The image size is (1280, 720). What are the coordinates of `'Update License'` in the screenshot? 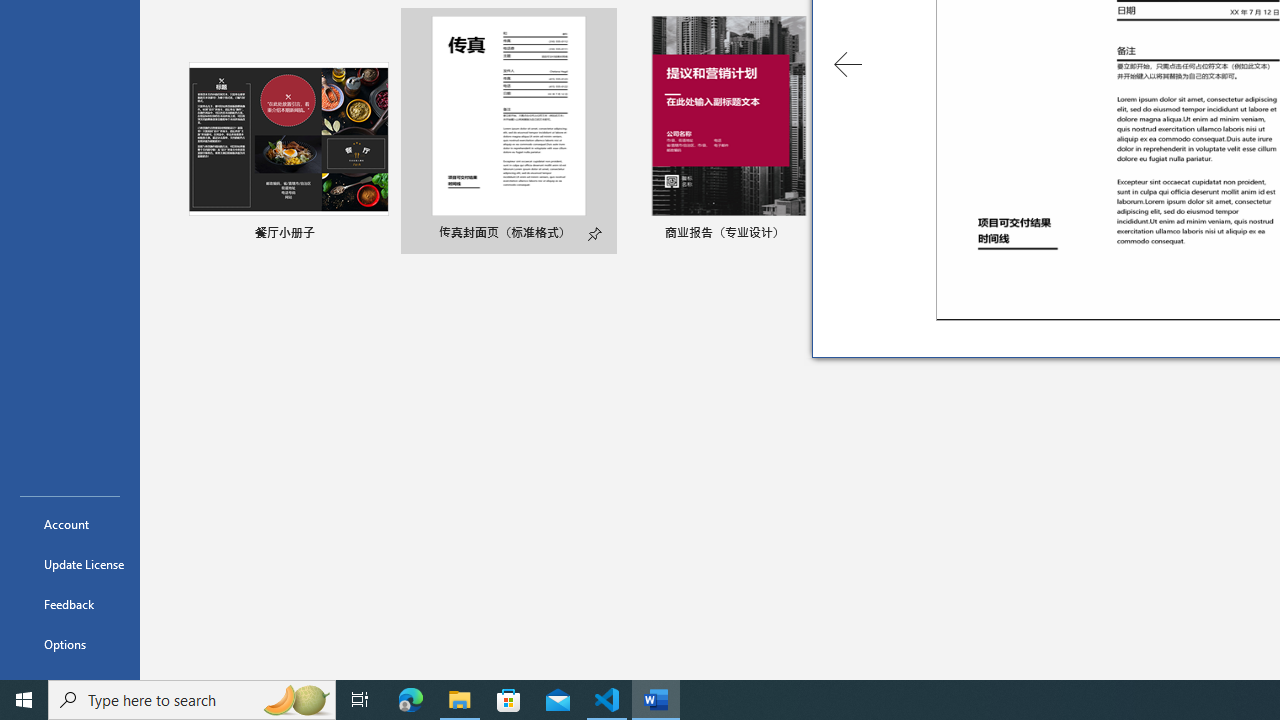 It's located at (69, 564).